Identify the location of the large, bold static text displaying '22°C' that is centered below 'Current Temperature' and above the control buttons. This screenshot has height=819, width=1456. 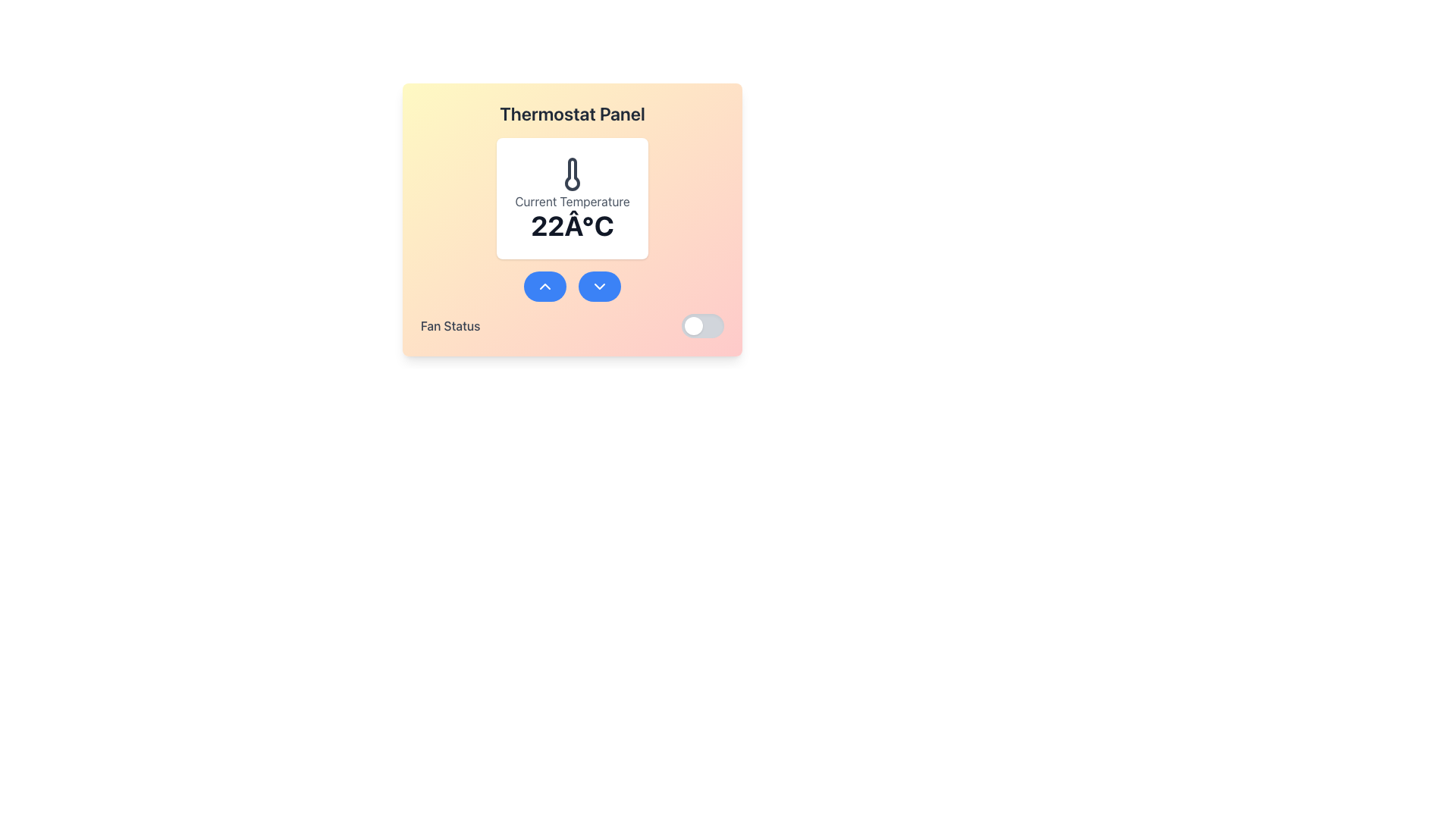
(571, 225).